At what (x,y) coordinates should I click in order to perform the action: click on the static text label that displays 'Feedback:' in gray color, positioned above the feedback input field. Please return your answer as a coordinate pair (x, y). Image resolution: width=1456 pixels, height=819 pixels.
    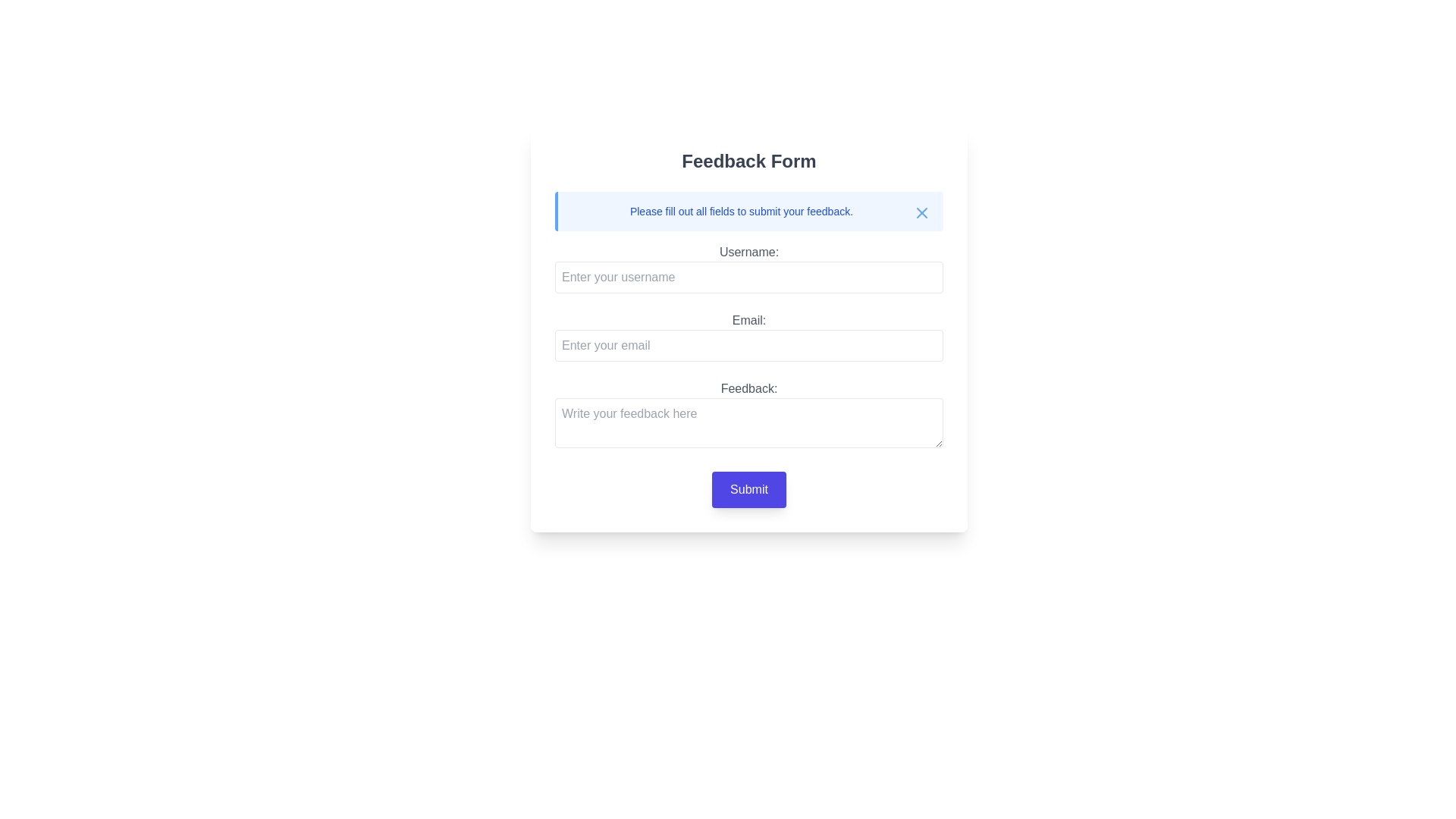
    Looking at the image, I should click on (749, 388).